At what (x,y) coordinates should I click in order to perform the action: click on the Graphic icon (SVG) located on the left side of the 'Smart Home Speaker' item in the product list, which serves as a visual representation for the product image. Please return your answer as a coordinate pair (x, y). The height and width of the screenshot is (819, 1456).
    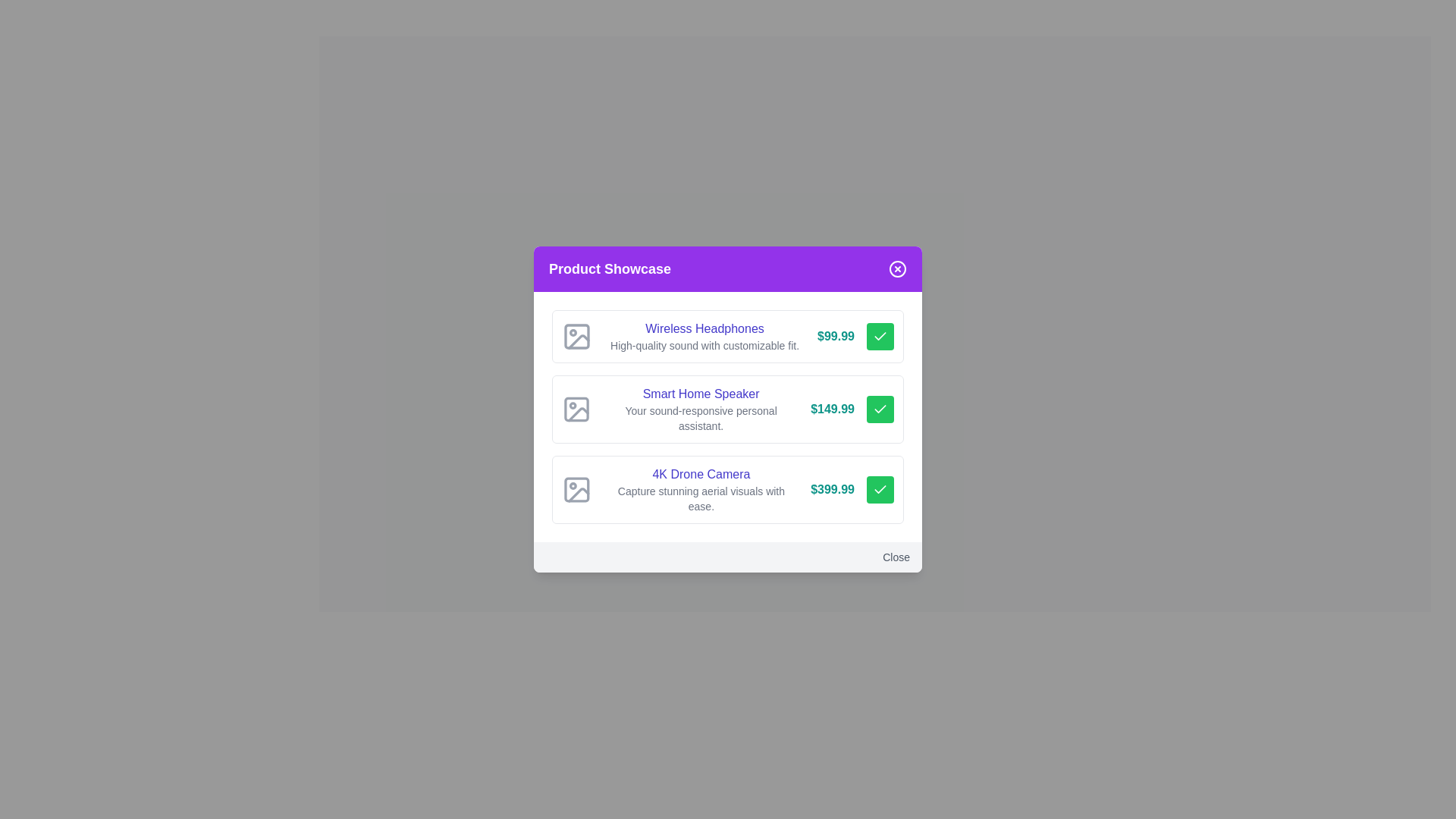
    Looking at the image, I should click on (576, 409).